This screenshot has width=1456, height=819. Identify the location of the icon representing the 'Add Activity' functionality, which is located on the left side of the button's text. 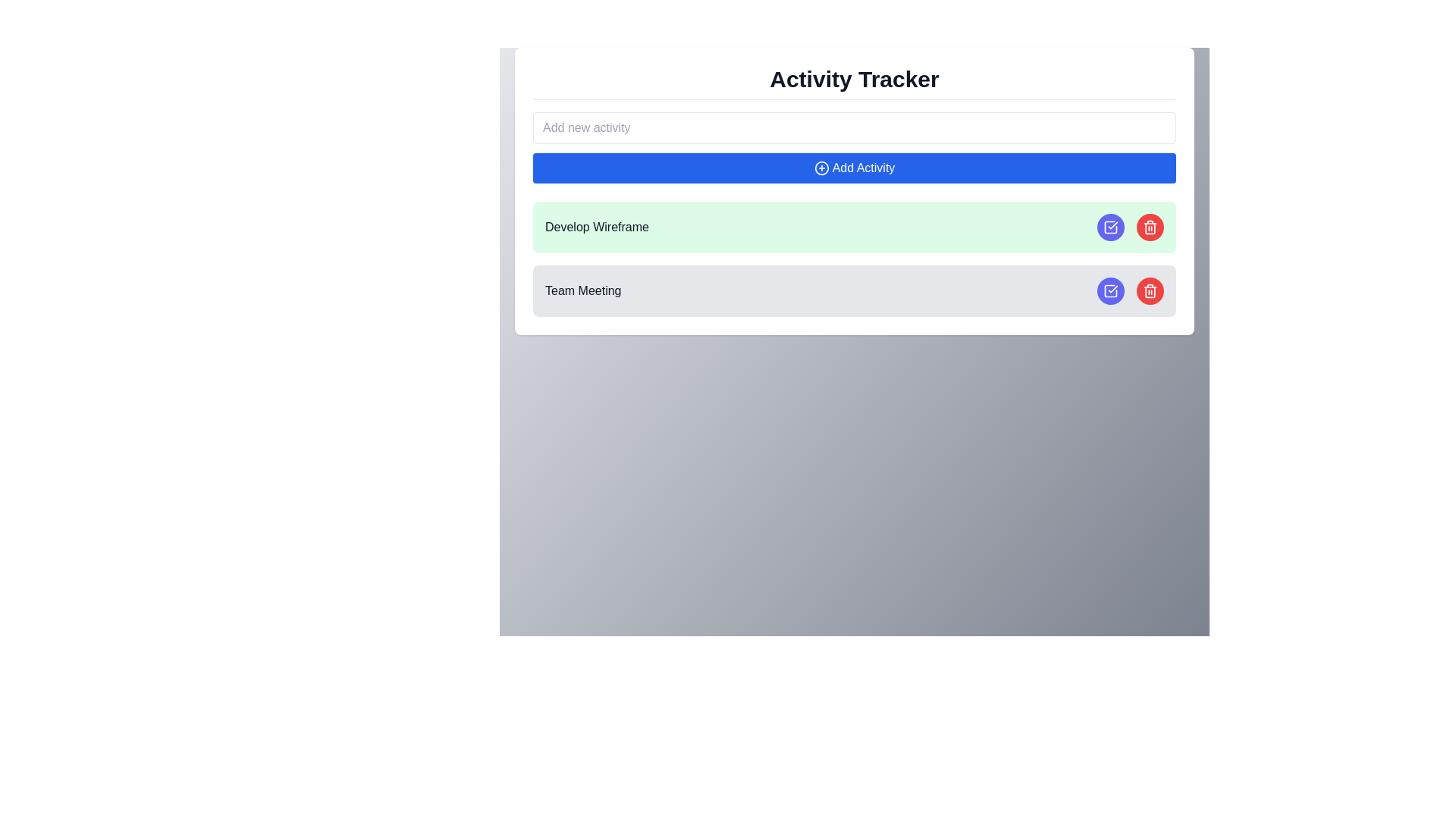
(821, 168).